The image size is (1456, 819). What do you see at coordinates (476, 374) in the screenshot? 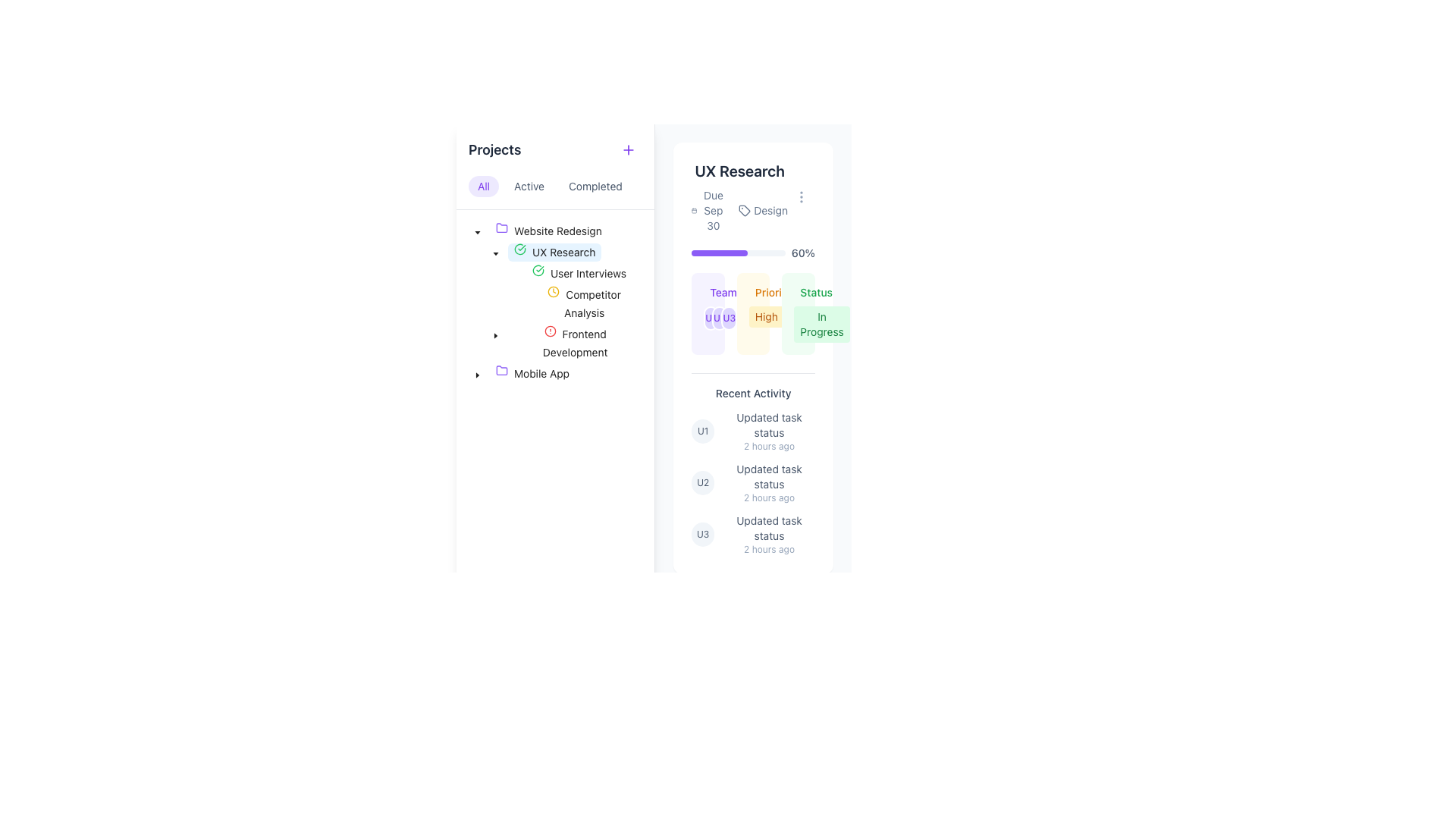
I see `the Toggle Switch located in the collapsible tree navigation panel under the 'Projects' section, which precedes the 'Mobile App' text` at bounding box center [476, 374].